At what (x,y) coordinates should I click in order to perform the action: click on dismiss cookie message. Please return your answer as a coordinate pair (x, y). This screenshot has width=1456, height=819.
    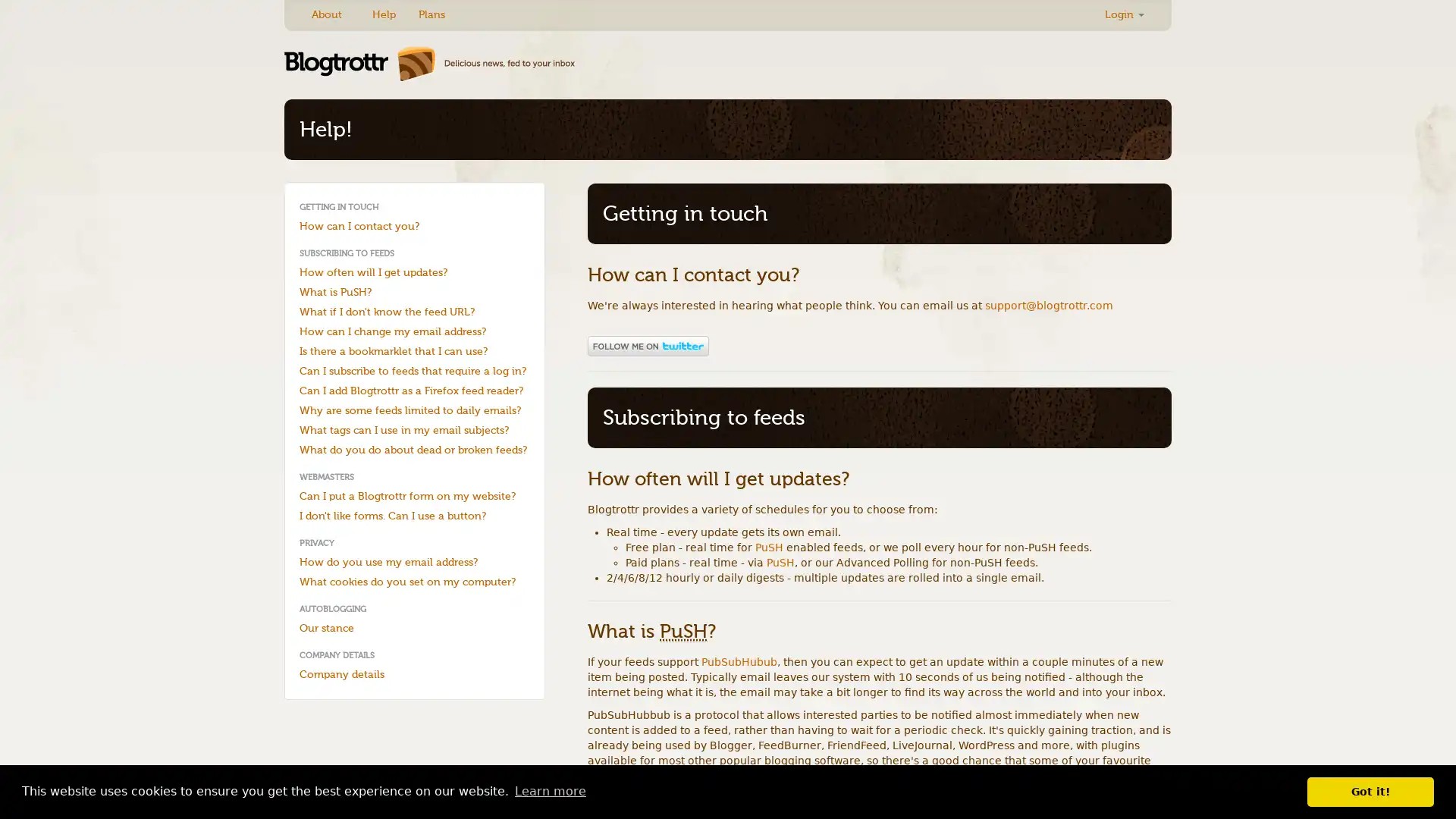
    Looking at the image, I should click on (1370, 791).